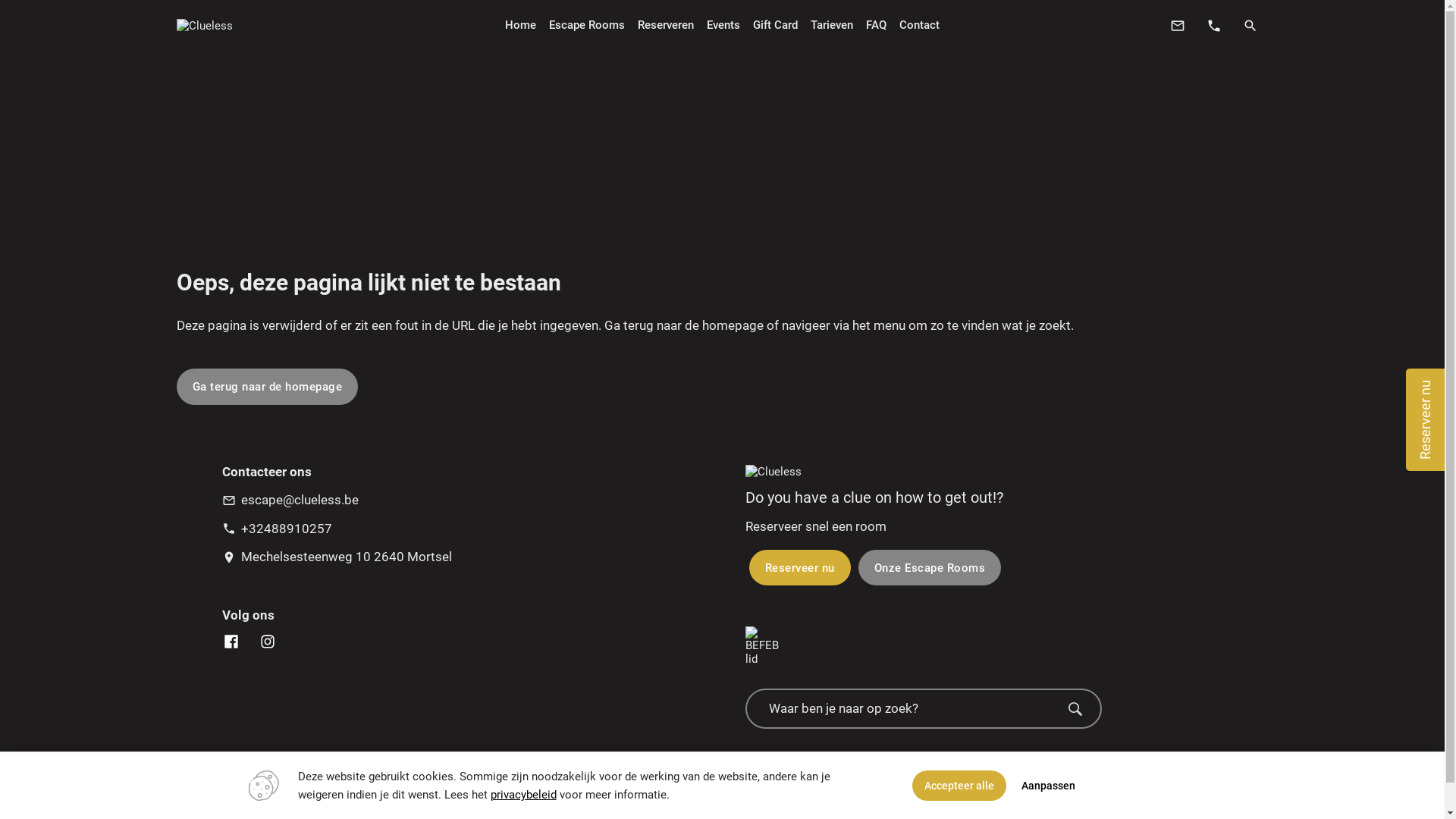  What do you see at coordinates (586, 24) in the screenshot?
I see `'Escape Rooms'` at bounding box center [586, 24].